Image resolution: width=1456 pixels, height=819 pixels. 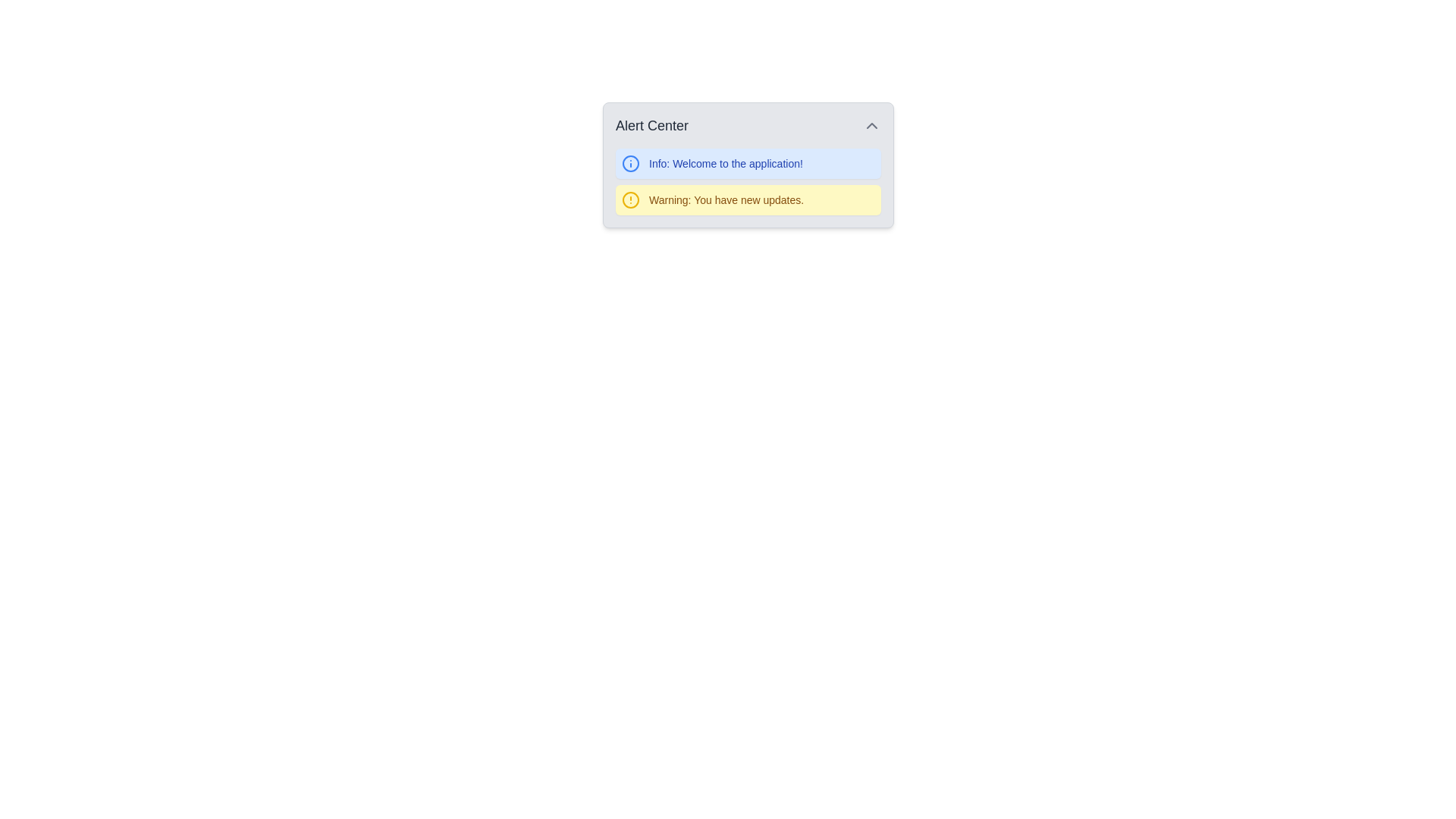 What do you see at coordinates (725, 164) in the screenshot?
I see `the text label that reads 'Info: Welcome to the application!' which is styled in a small blue font and located in an alert box` at bounding box center [725, 164].